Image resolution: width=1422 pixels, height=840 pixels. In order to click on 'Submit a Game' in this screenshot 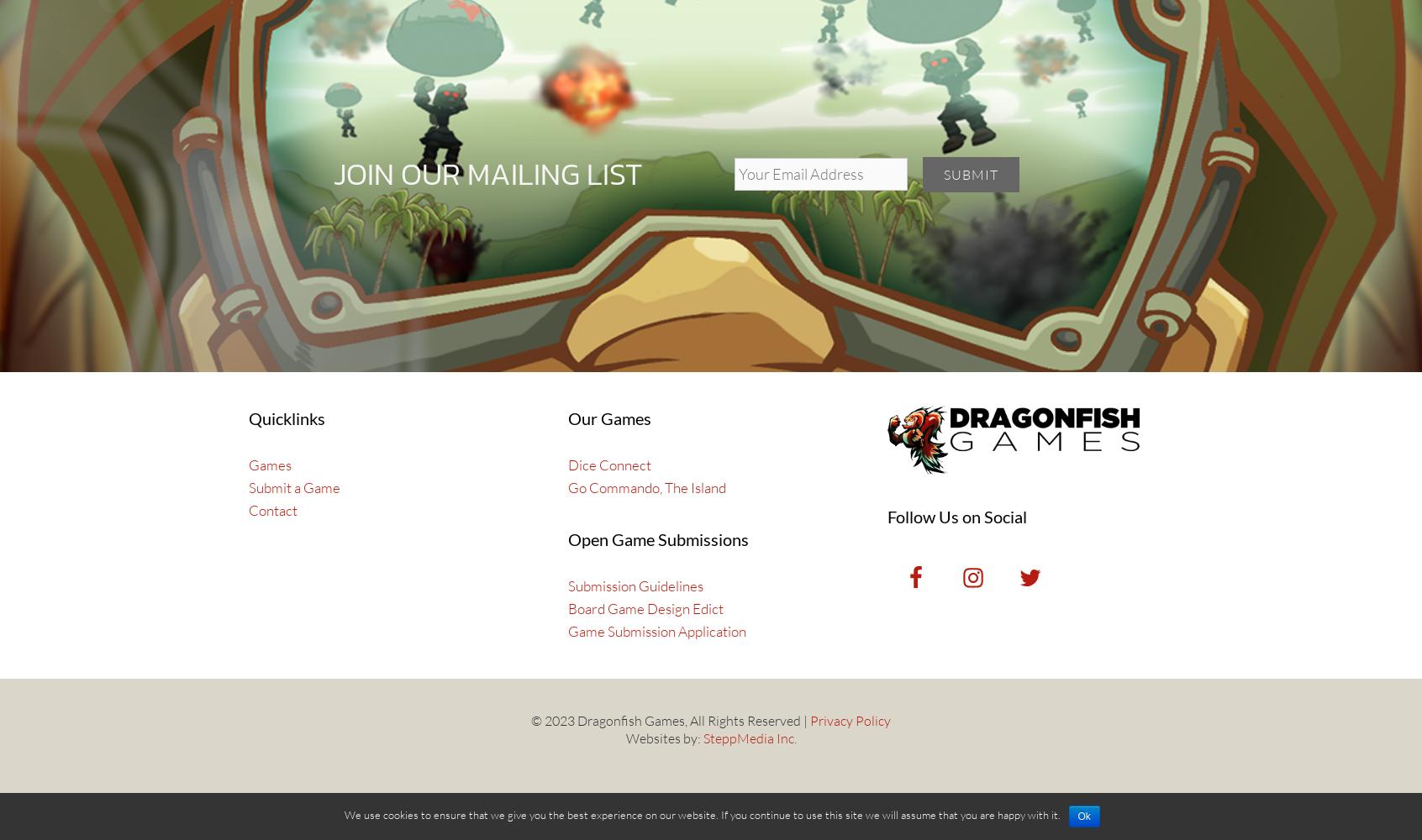, I will do `click(247, 486)`.